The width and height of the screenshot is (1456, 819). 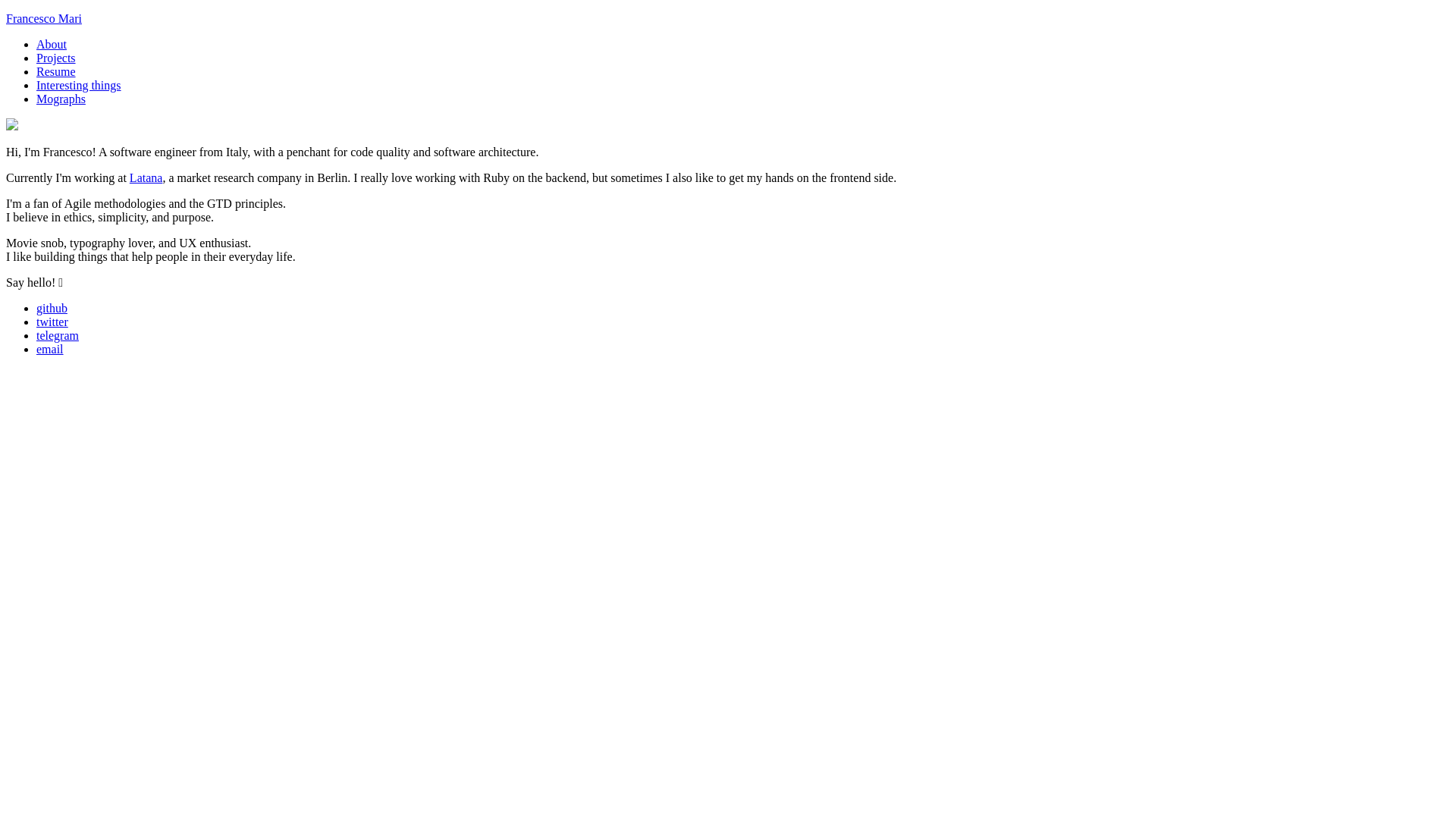 What do you see at coordinates (52, 307) in the screenshot?
I see `'github'` at bounding box center [52, 307].